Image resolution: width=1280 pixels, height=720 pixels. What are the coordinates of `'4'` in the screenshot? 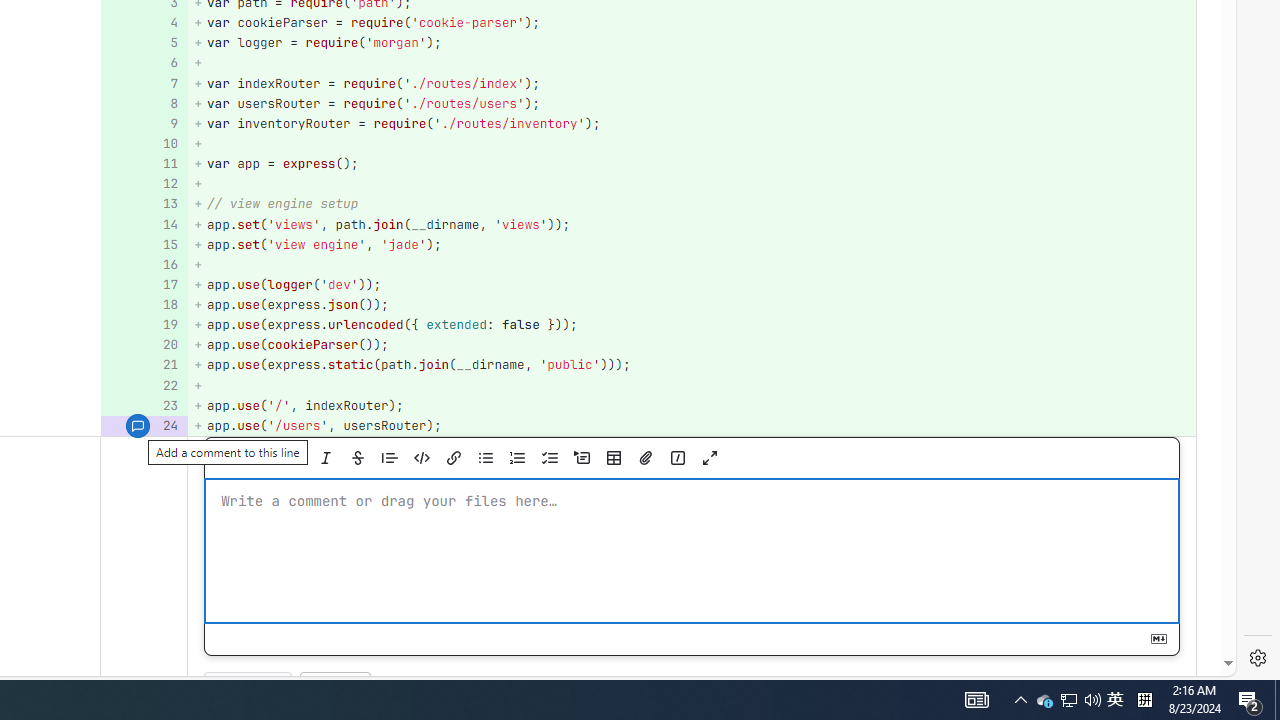 It's located at (141, 23).